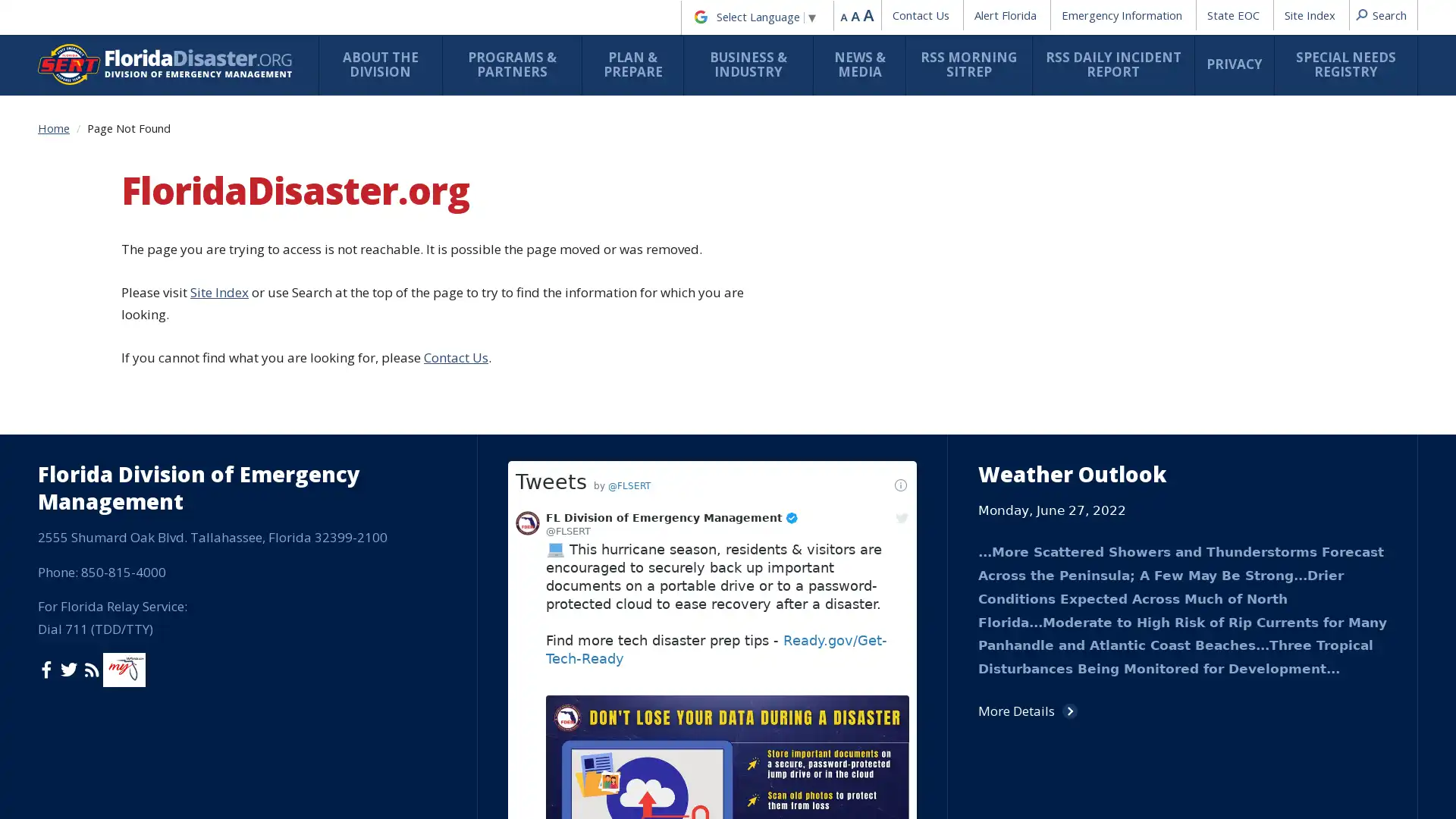  Describe the element at coordinates (719, 304) in the screenshot. I see `Toggle More` at that location.